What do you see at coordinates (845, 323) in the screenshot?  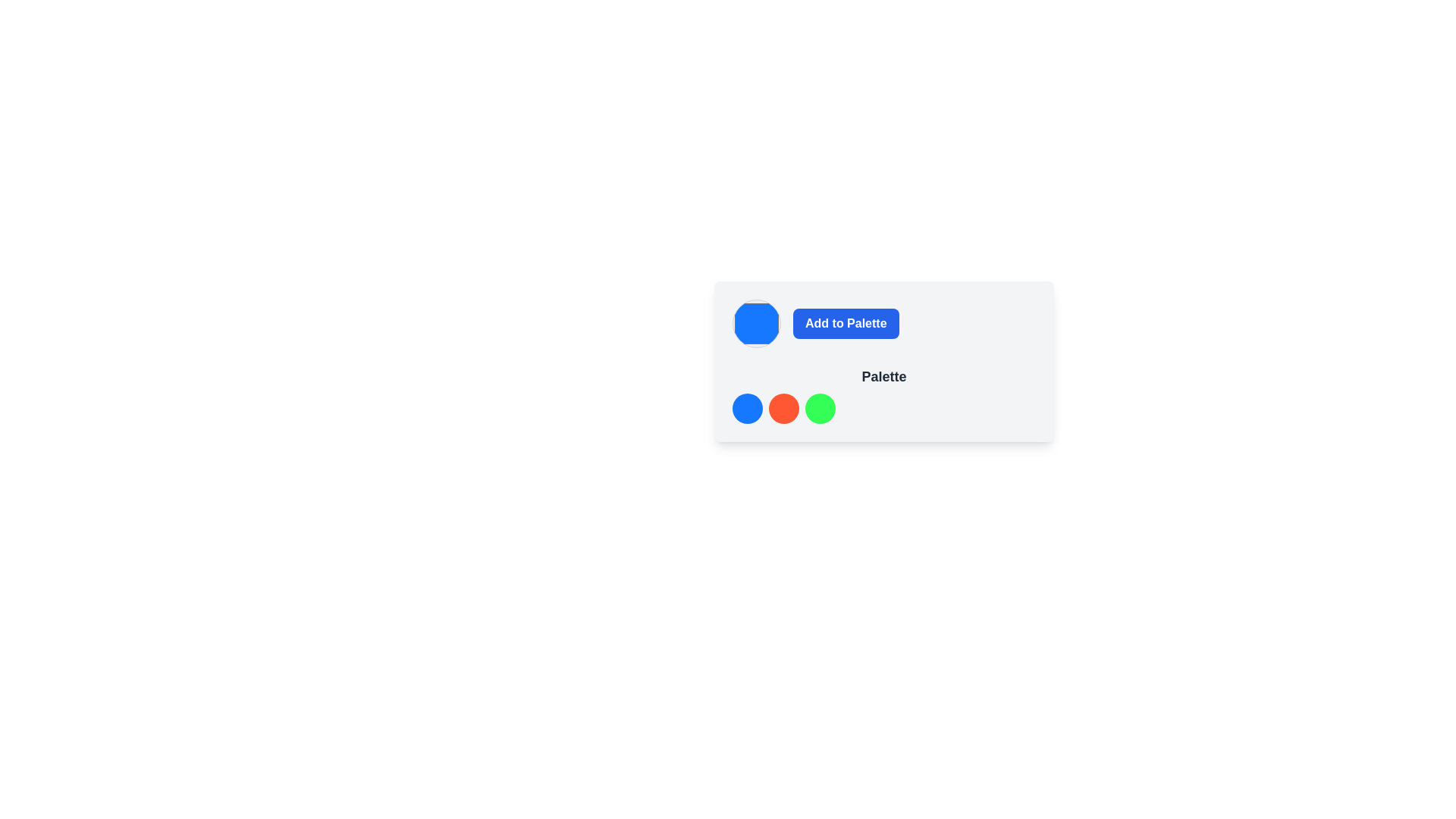 I see `the rectangular button with a blue background and white text that reads 'Add to Palette'` at bounding box center [845, 323].